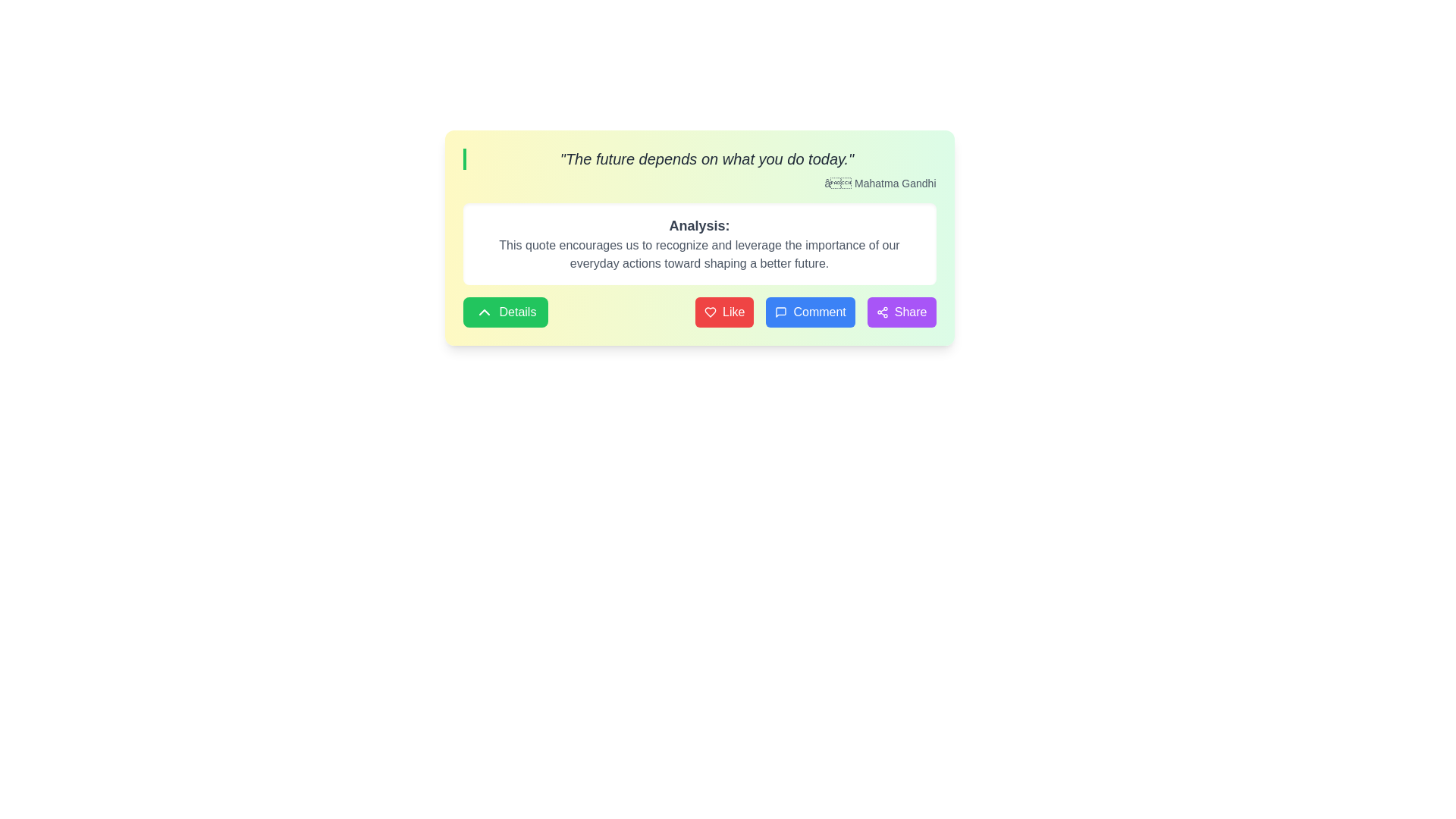 This screenshot has width=1456, height=819. What do you see at coordinates (710, 312) in the screenshot?
I see `the red heart-shaped icon outlined in a minimalistic design, located within a button next` at bounding box center [710, 312].